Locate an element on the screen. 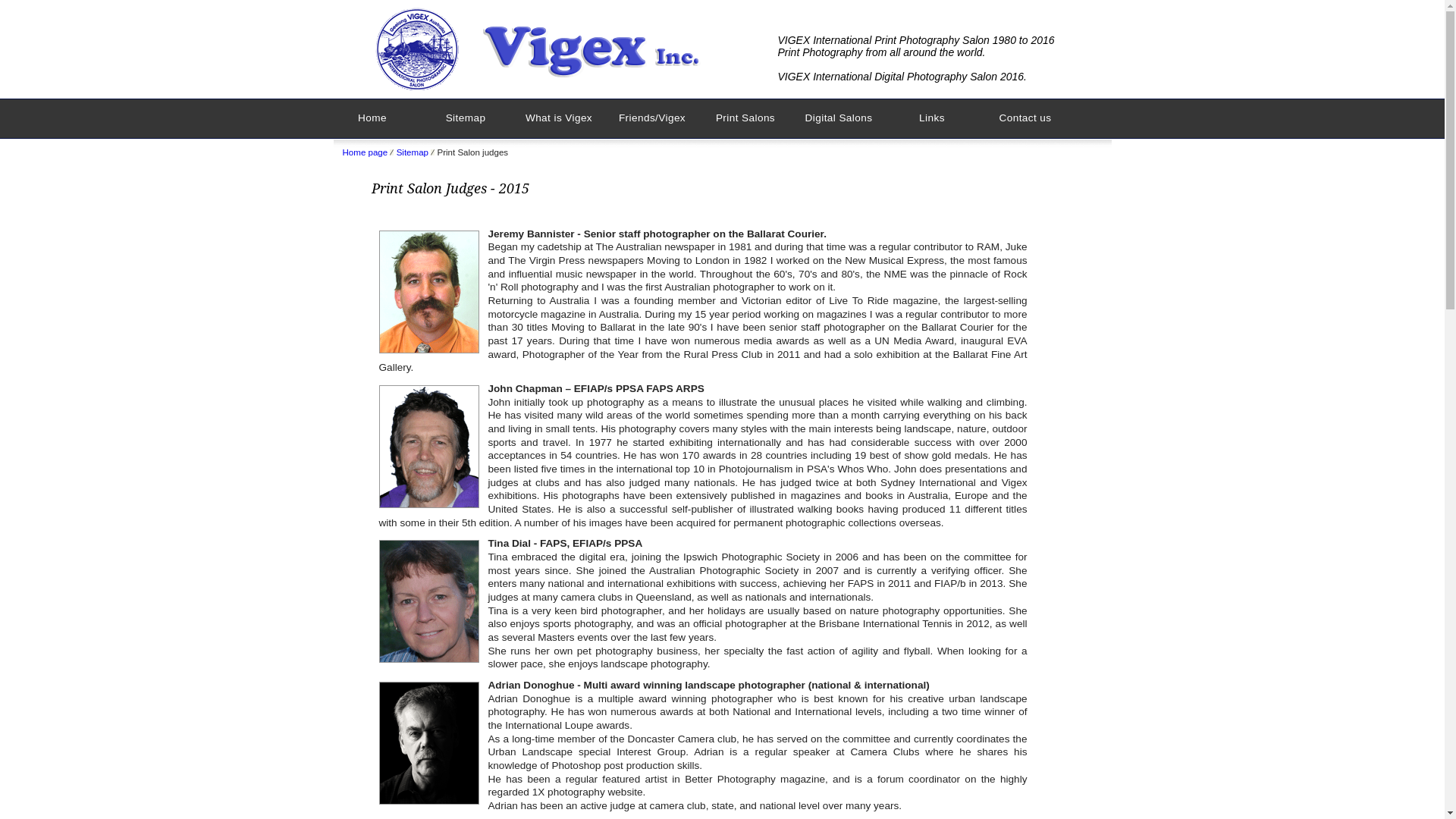  'Contact us' is located at coordinates (1025, 118).